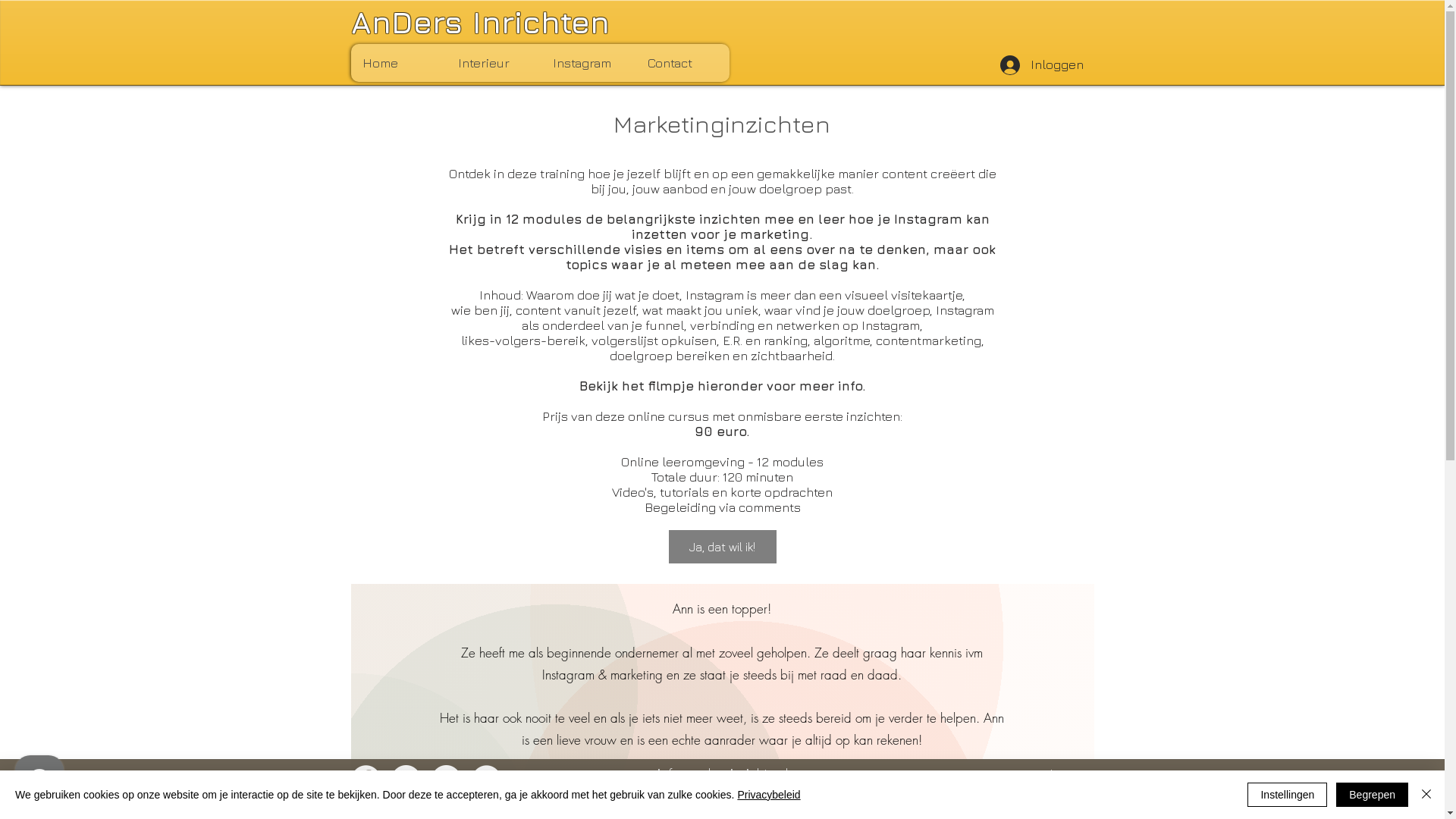  I want to click on 'Begrepen', so click(1372, 794).